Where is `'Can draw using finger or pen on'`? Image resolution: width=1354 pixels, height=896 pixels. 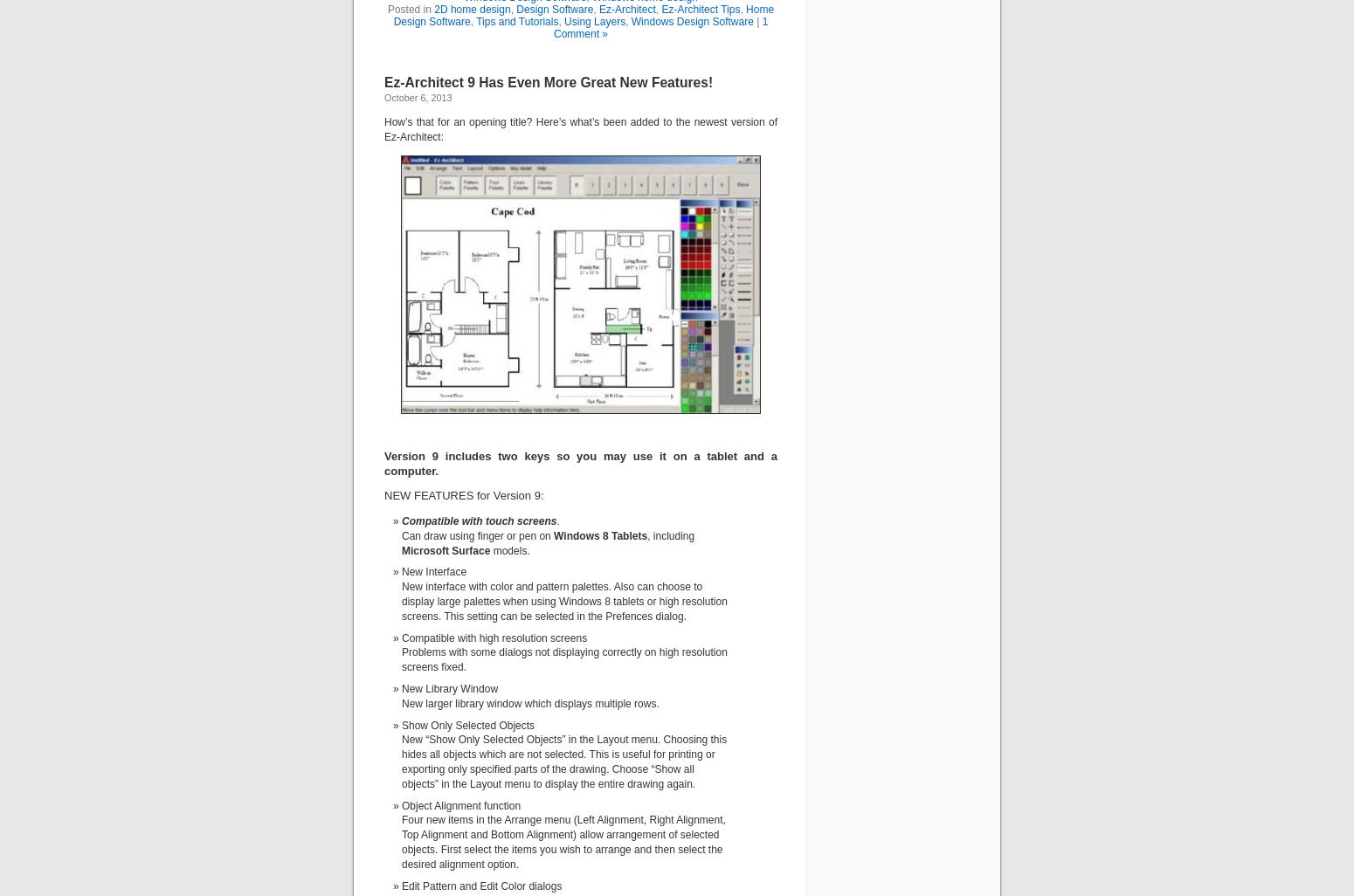
'Can draw using finger or pen on' is located at coordinates (402, 534).